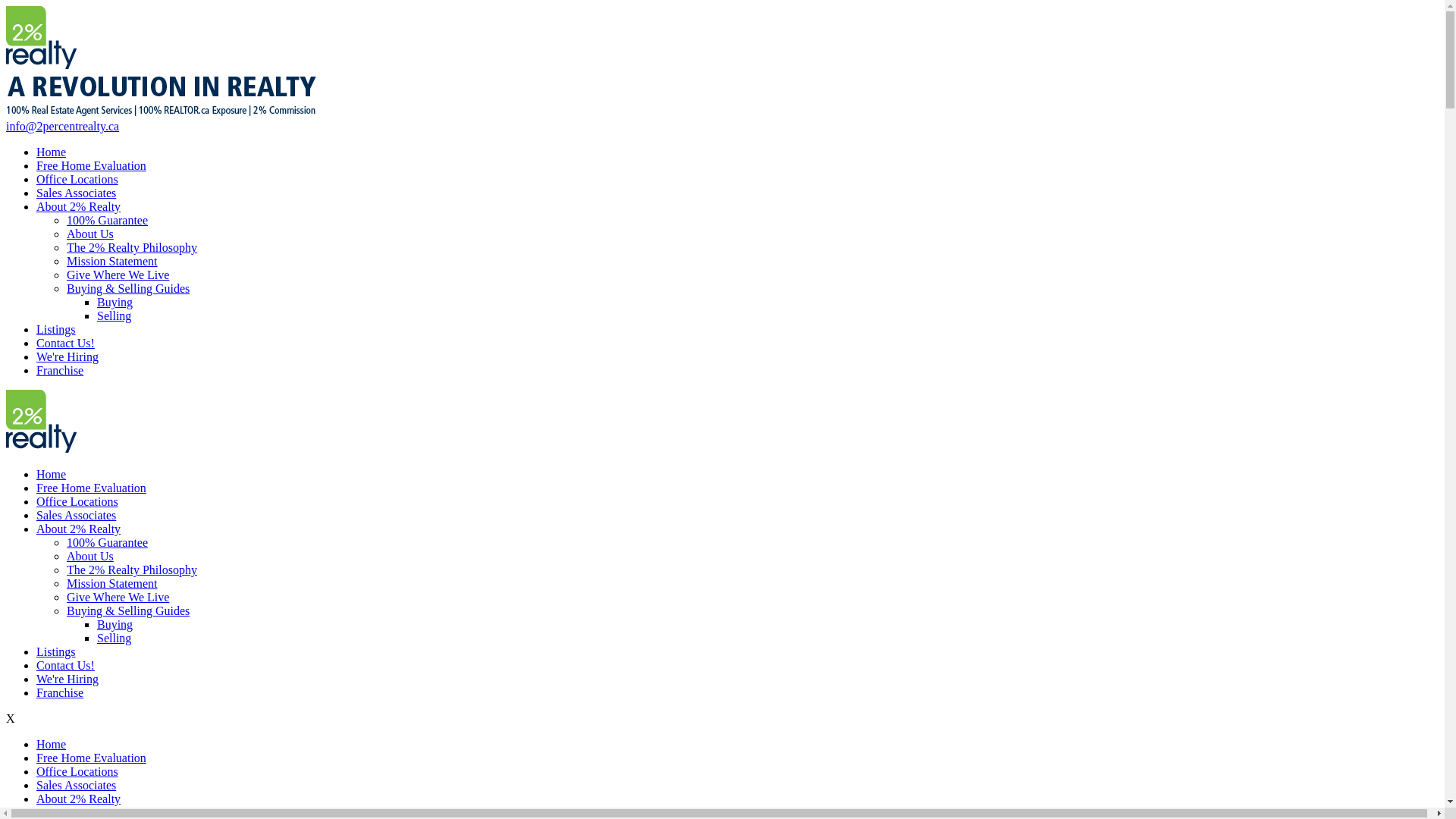  I want to click on 'Franchise', so click(59, 692).